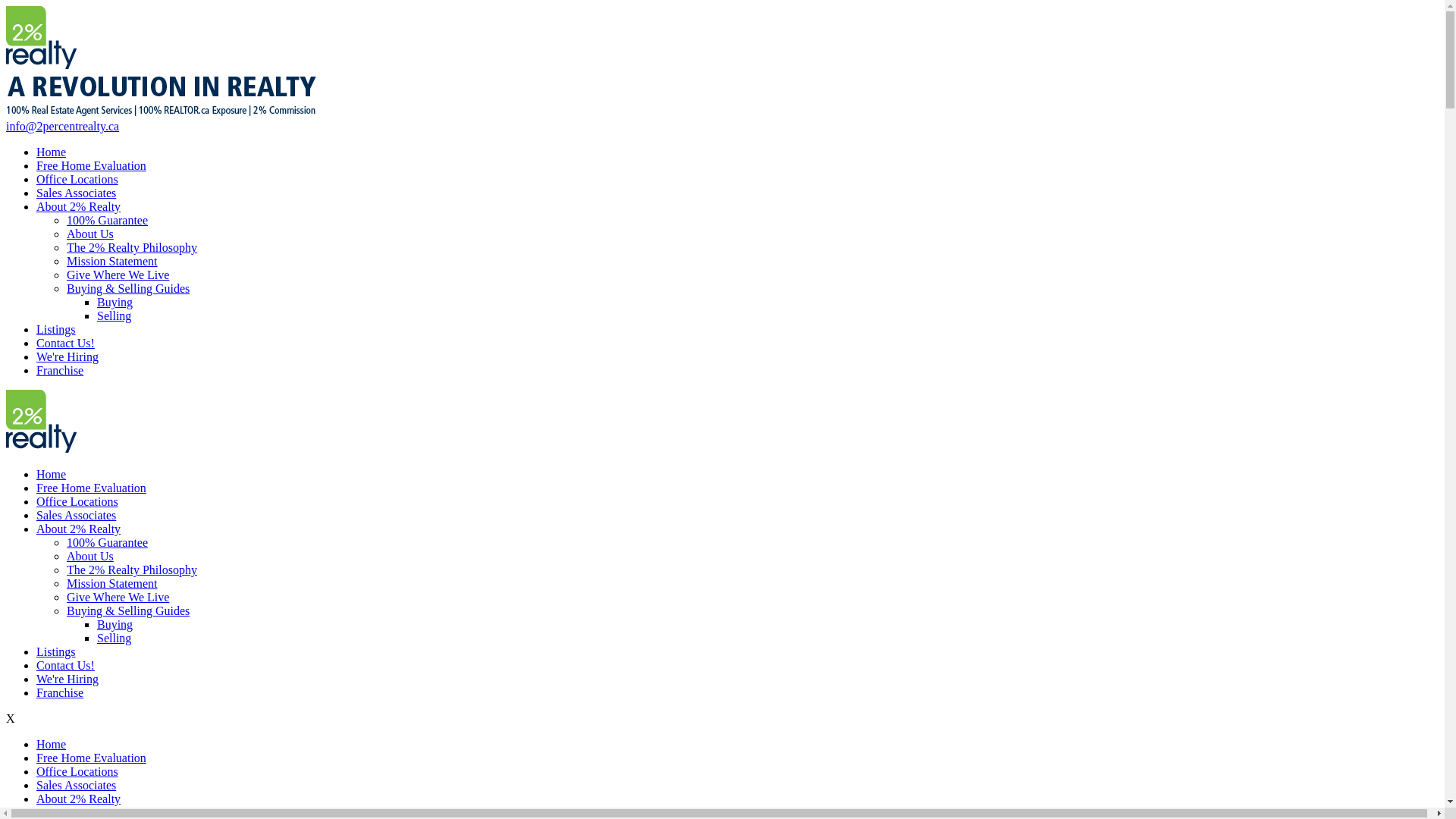  I want to click on 'Franchise', so click(59, 692).